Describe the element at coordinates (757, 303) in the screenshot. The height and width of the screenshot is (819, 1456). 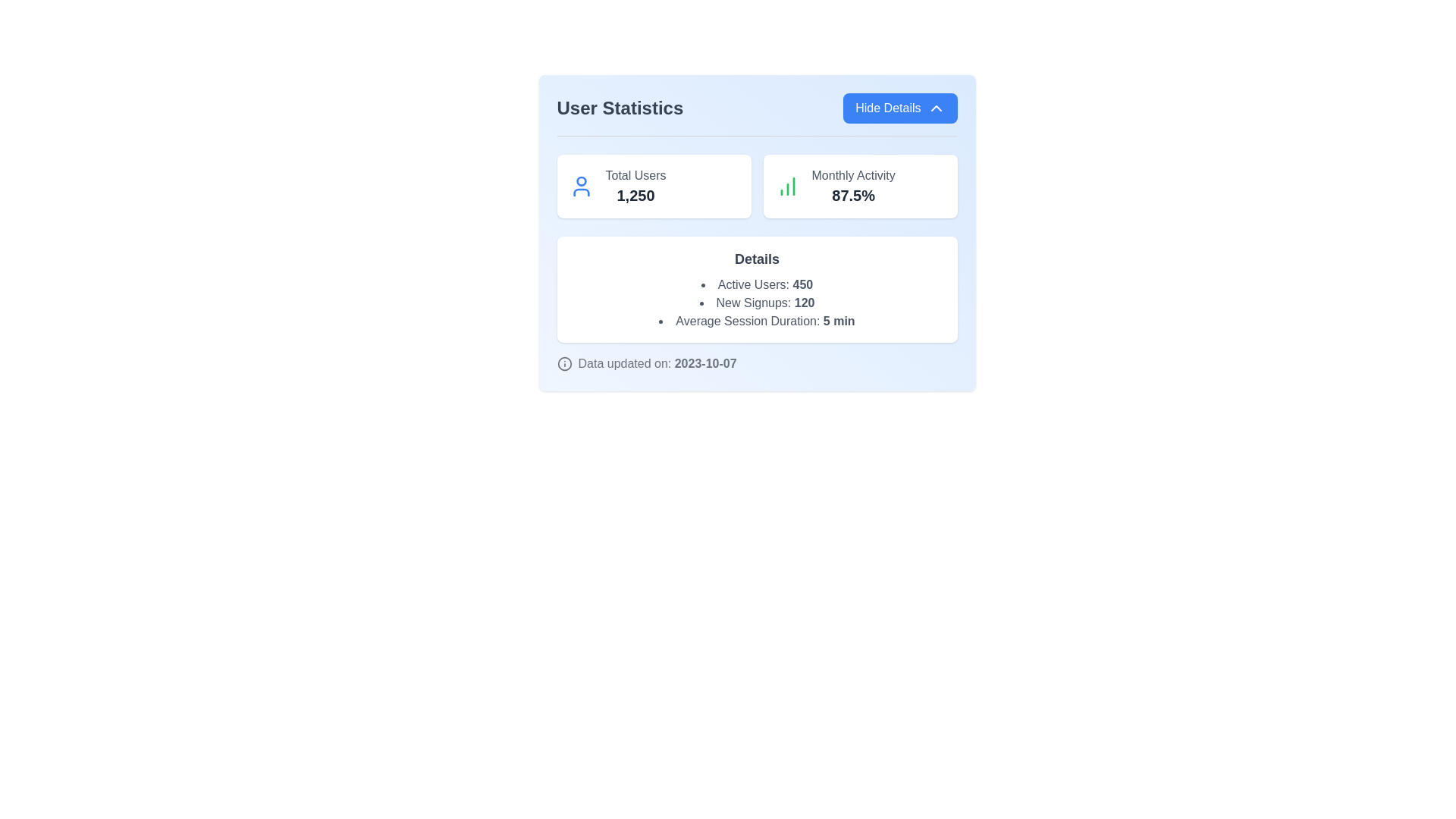
I see `the Text block (bullet list) that summarizes user activity metrics, located within the 'Details' card below the 'User Statistics' section` at that location.